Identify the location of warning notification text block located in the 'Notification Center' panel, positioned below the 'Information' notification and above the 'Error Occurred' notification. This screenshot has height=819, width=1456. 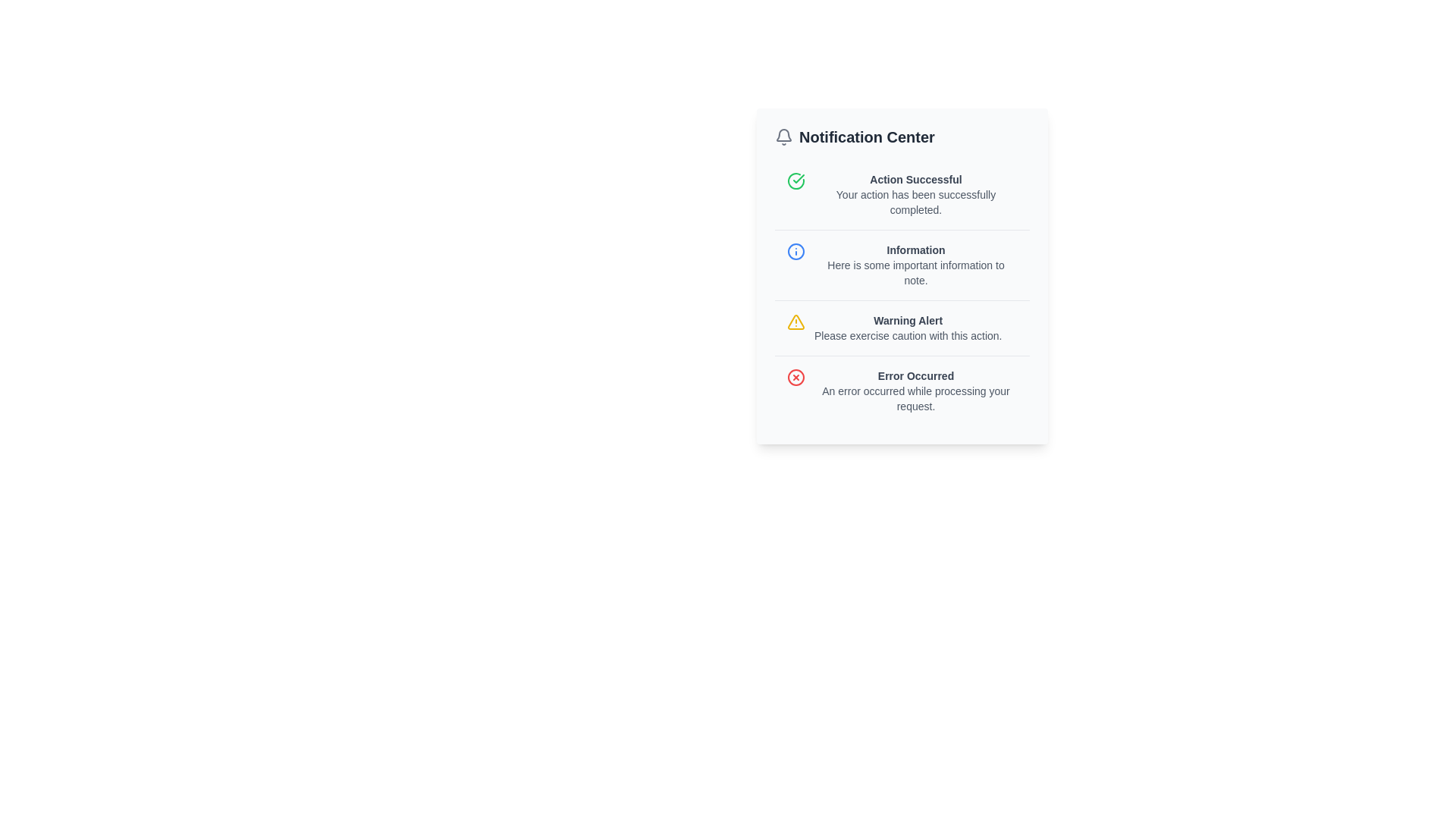
(908, 327).